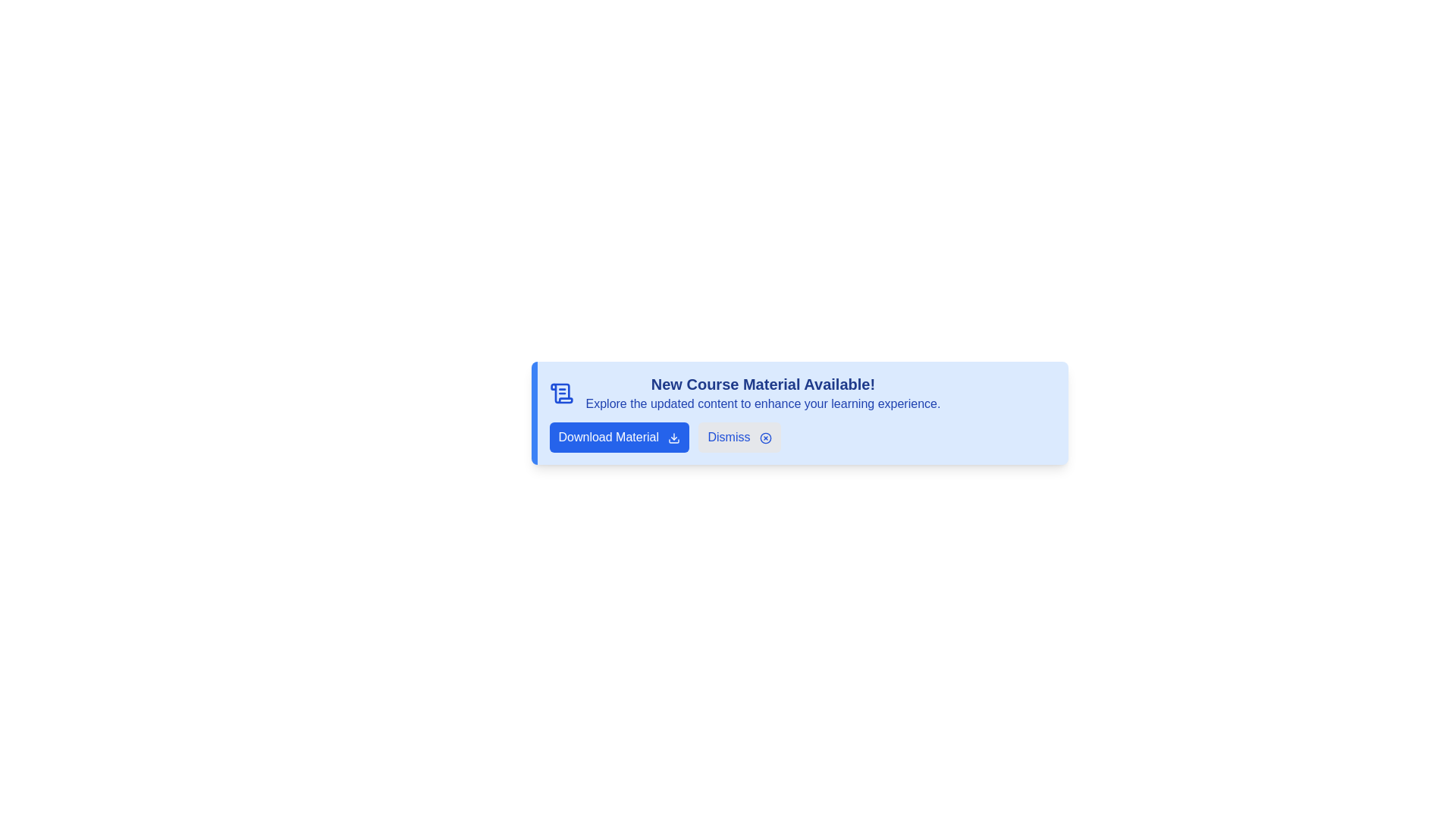 This screenshot has width=1456, height=819. Describe the element at coordinates (739, 438) in the screenshot. I see `the 'Dismiss' button to hide the alert` at that location.